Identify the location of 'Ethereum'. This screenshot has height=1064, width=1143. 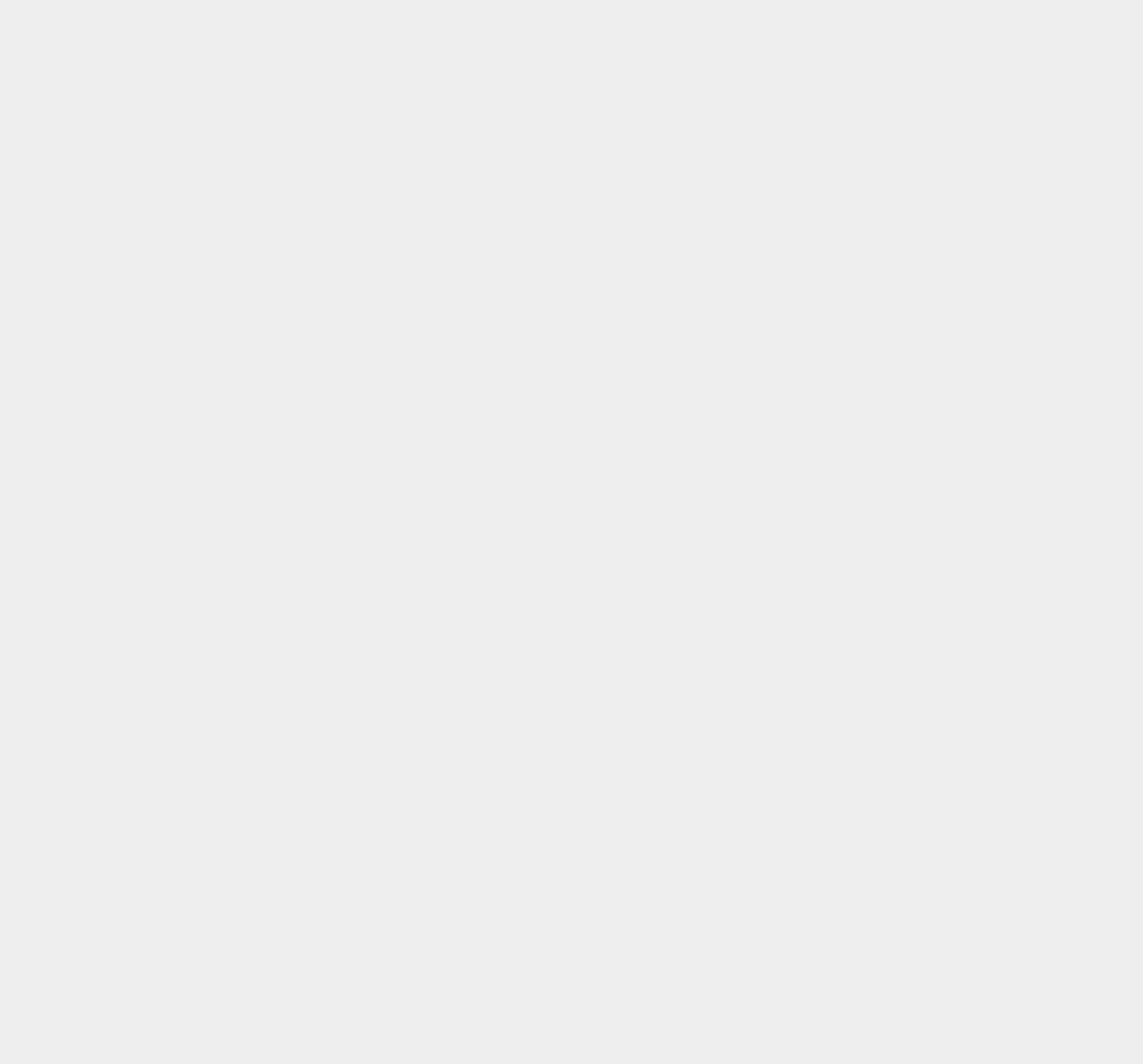
(836, 48).